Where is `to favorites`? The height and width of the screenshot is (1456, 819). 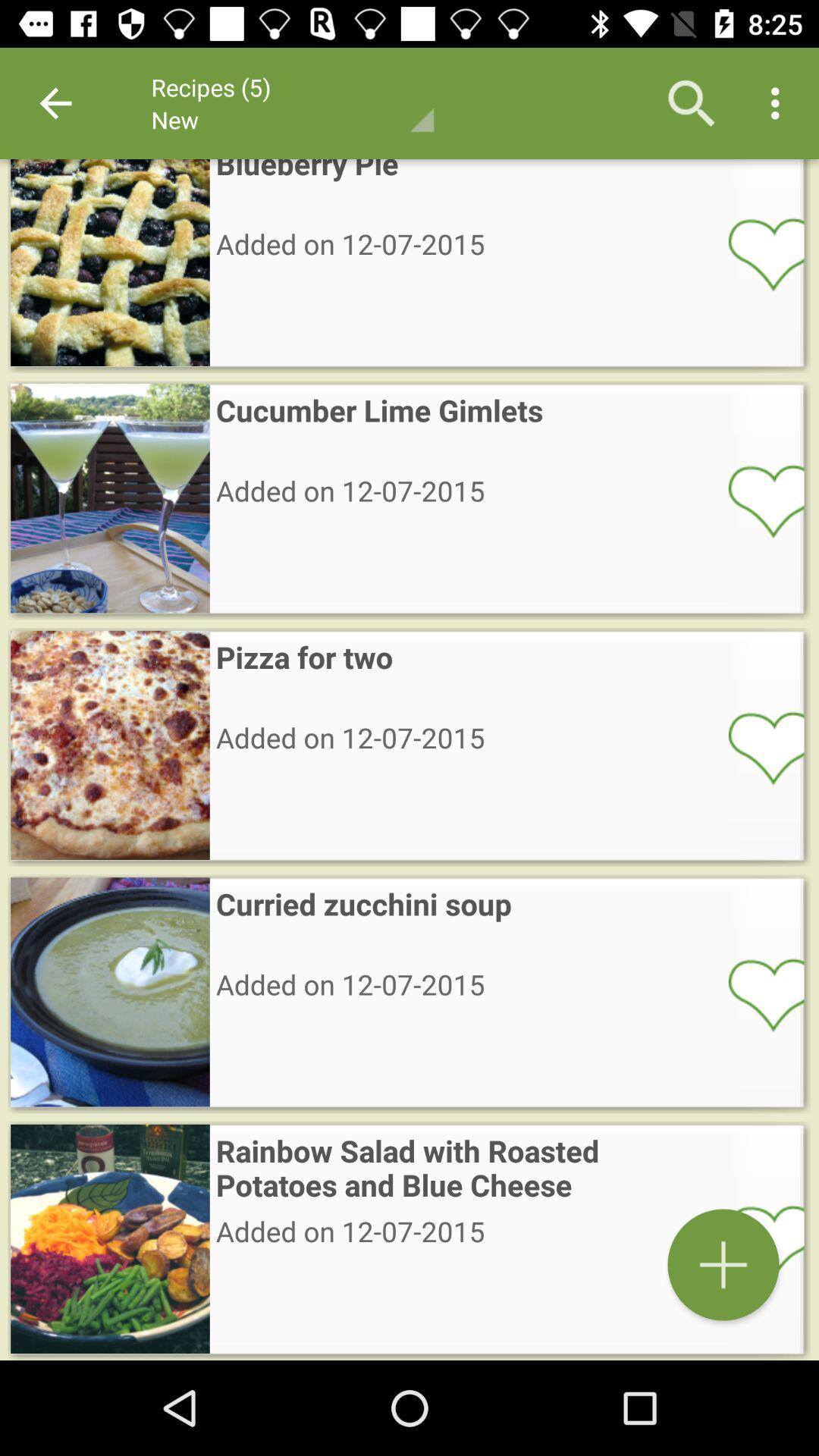 to favorites is located at coordinates (756, 747).